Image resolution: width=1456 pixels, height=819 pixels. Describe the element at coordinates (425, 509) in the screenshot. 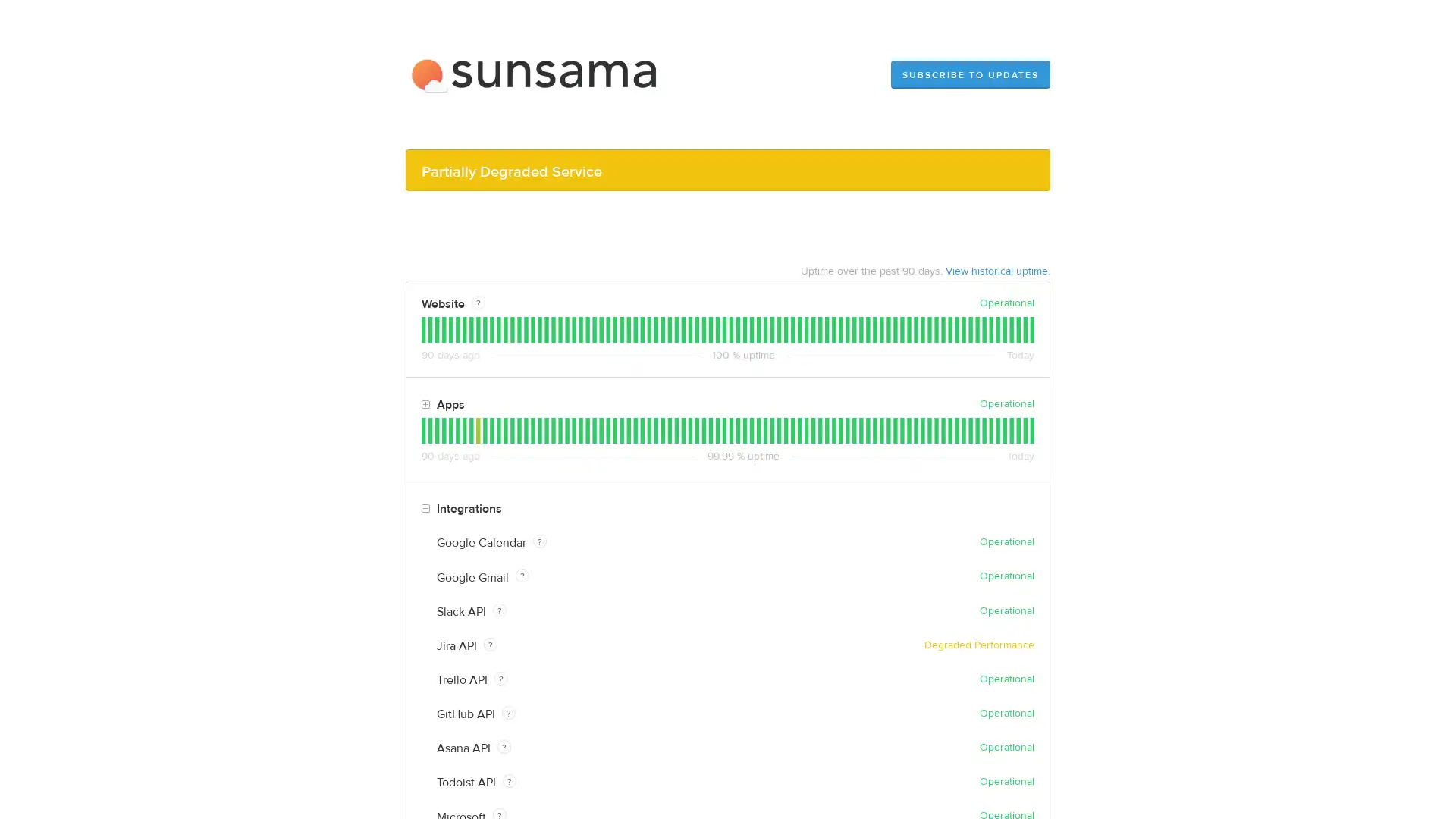

I see `Toggle Integrations` at that location.